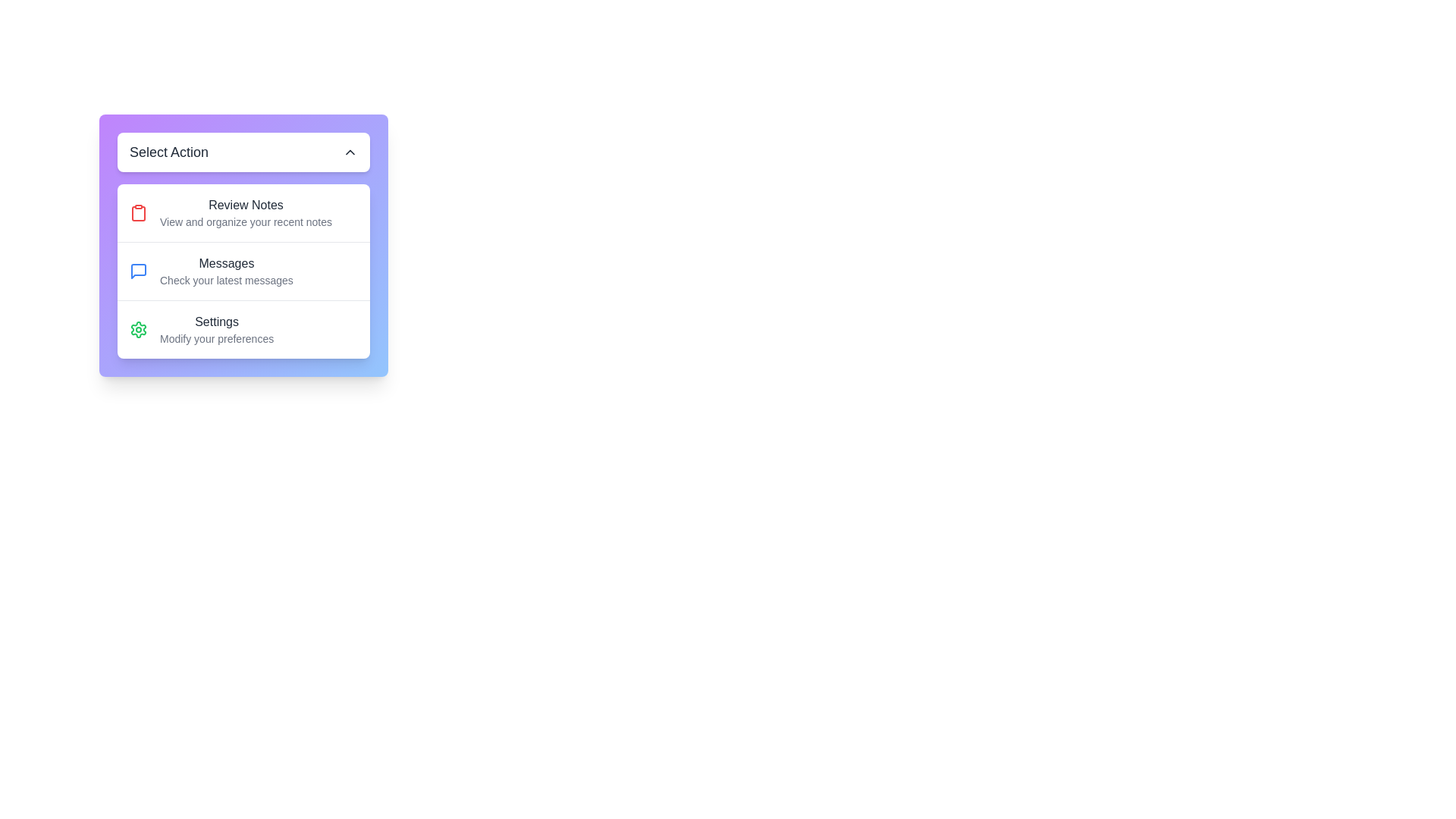  Describe the element at coordinates (243, 328) in the screenshot. I see `the third Clickable menu item for accessing the Settings page, located below the 'Messages' option in the card-style menu under 'Select Action'` at that location.